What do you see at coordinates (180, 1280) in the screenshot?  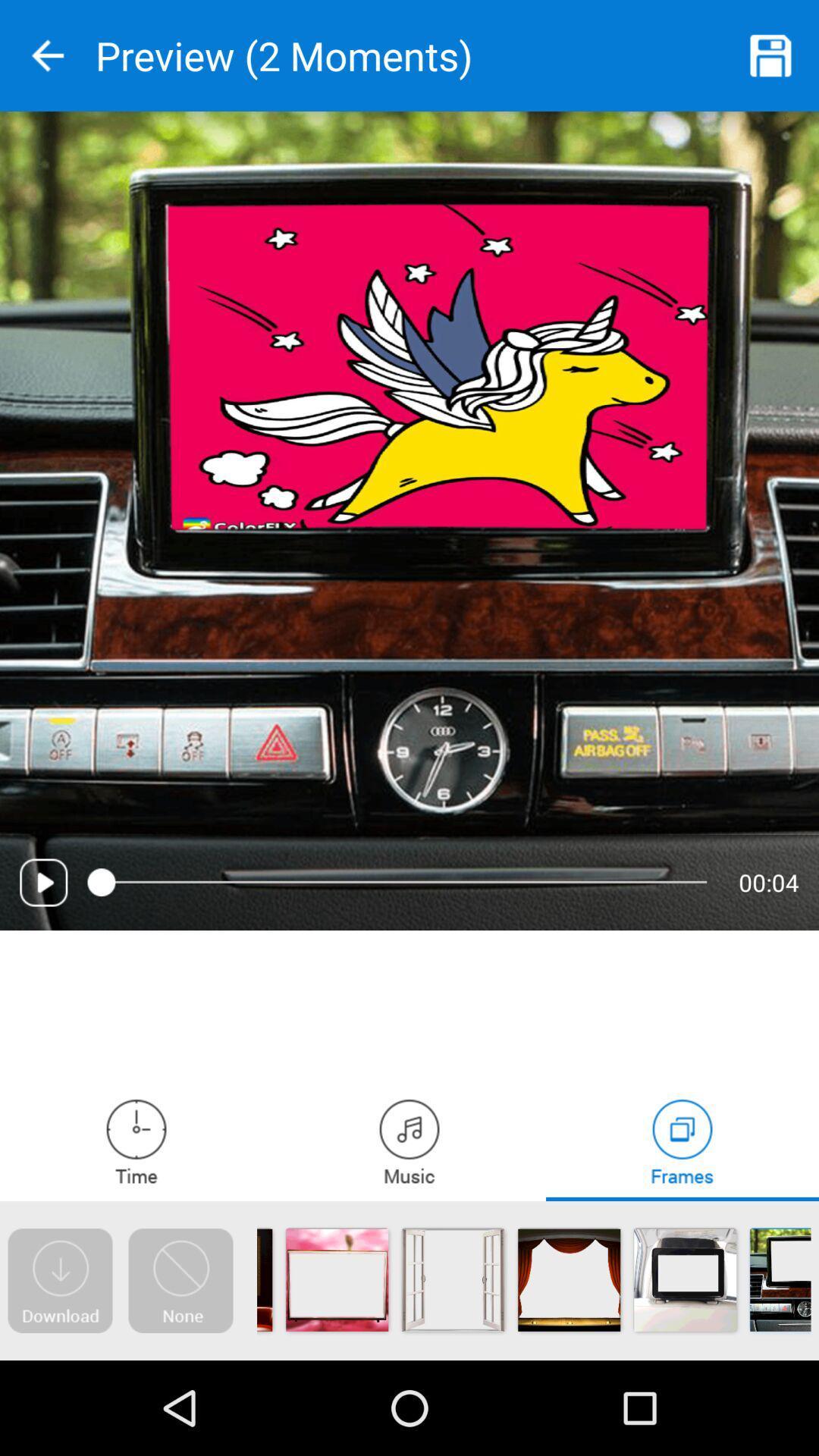 I see `none` at bounding box center [180, 1280].